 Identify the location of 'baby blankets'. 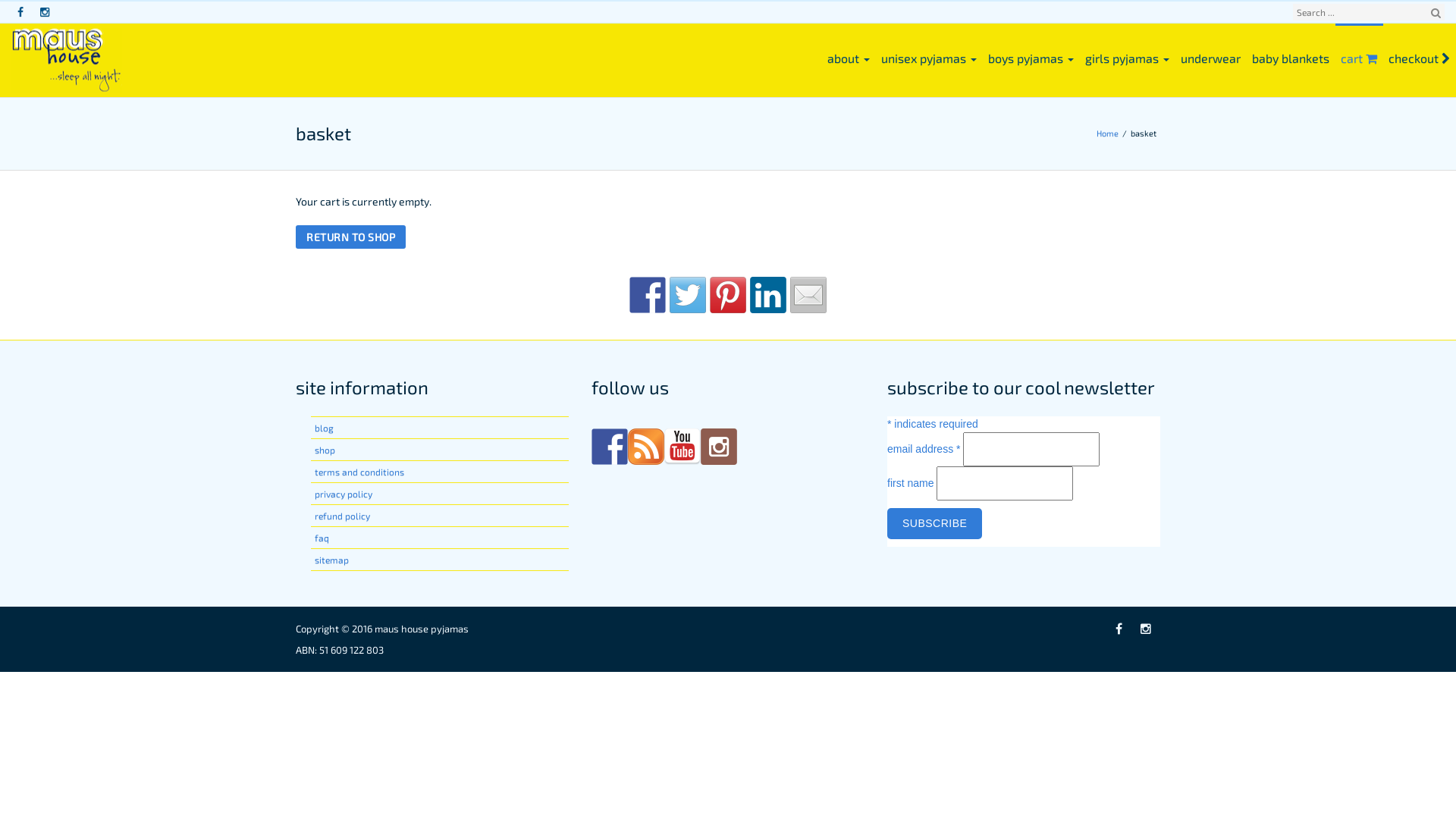
(1290, 57).